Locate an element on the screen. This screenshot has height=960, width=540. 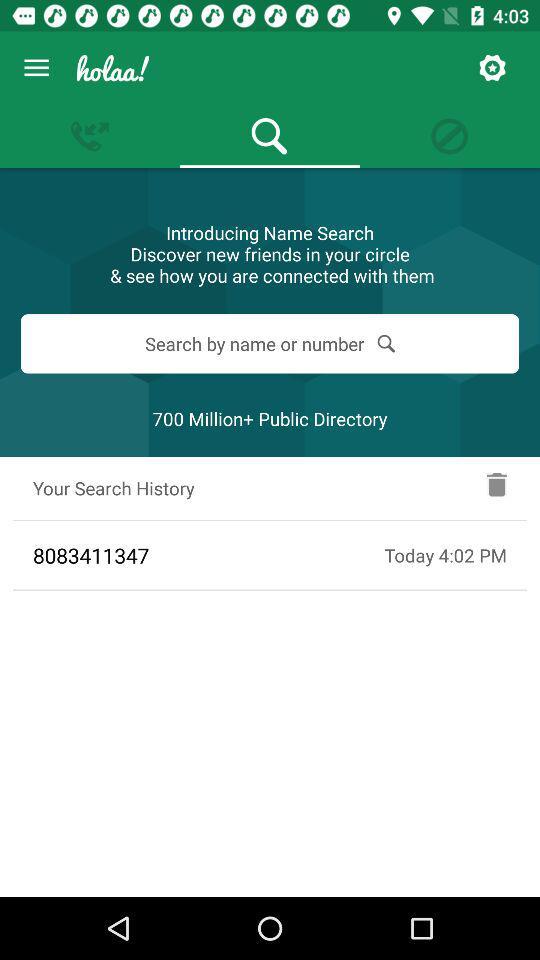
click the setting option is located at coordinates (491, 68).